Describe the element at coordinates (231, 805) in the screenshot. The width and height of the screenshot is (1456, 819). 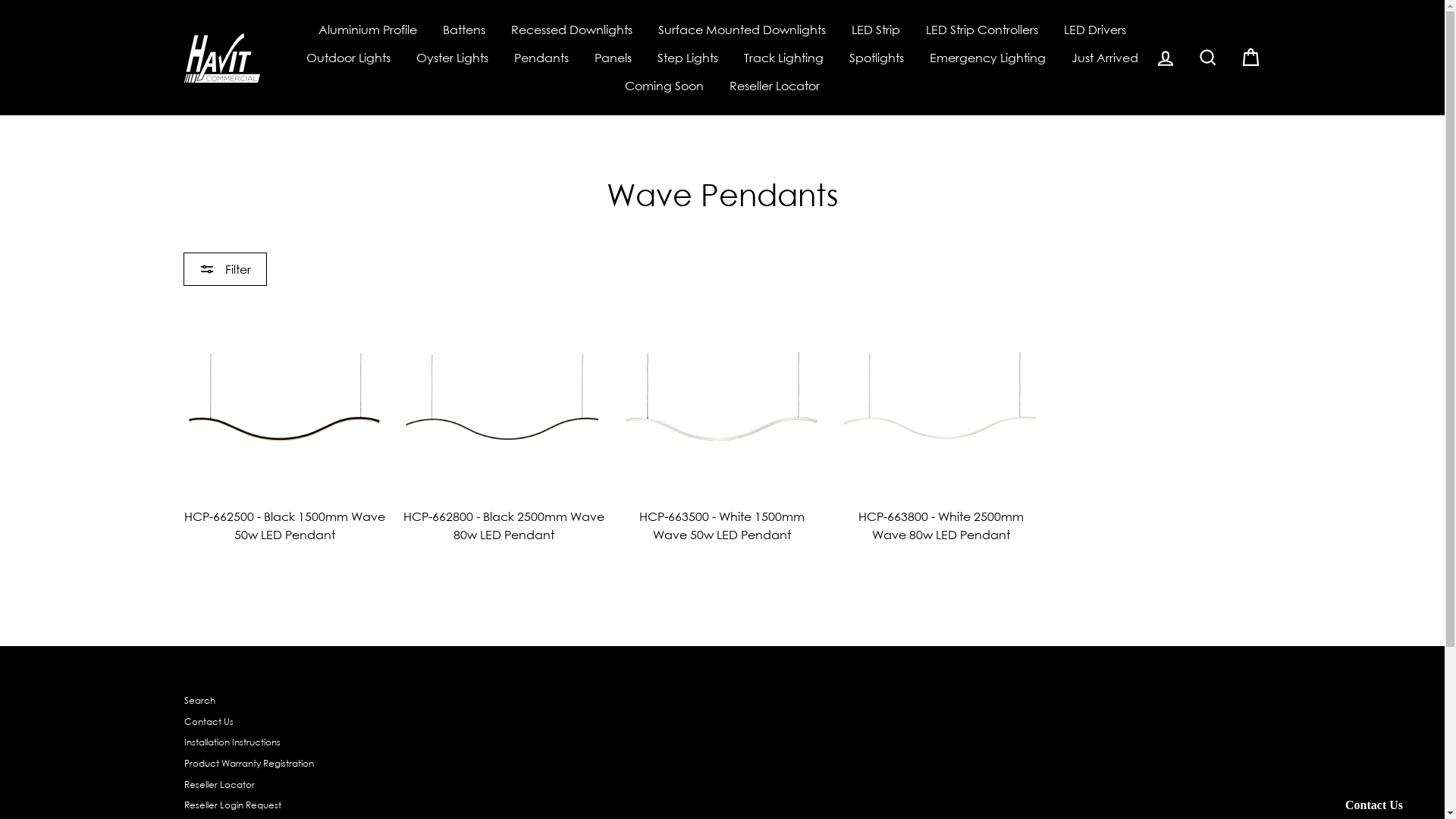
I see `'Reseller Login Request'` at that location.